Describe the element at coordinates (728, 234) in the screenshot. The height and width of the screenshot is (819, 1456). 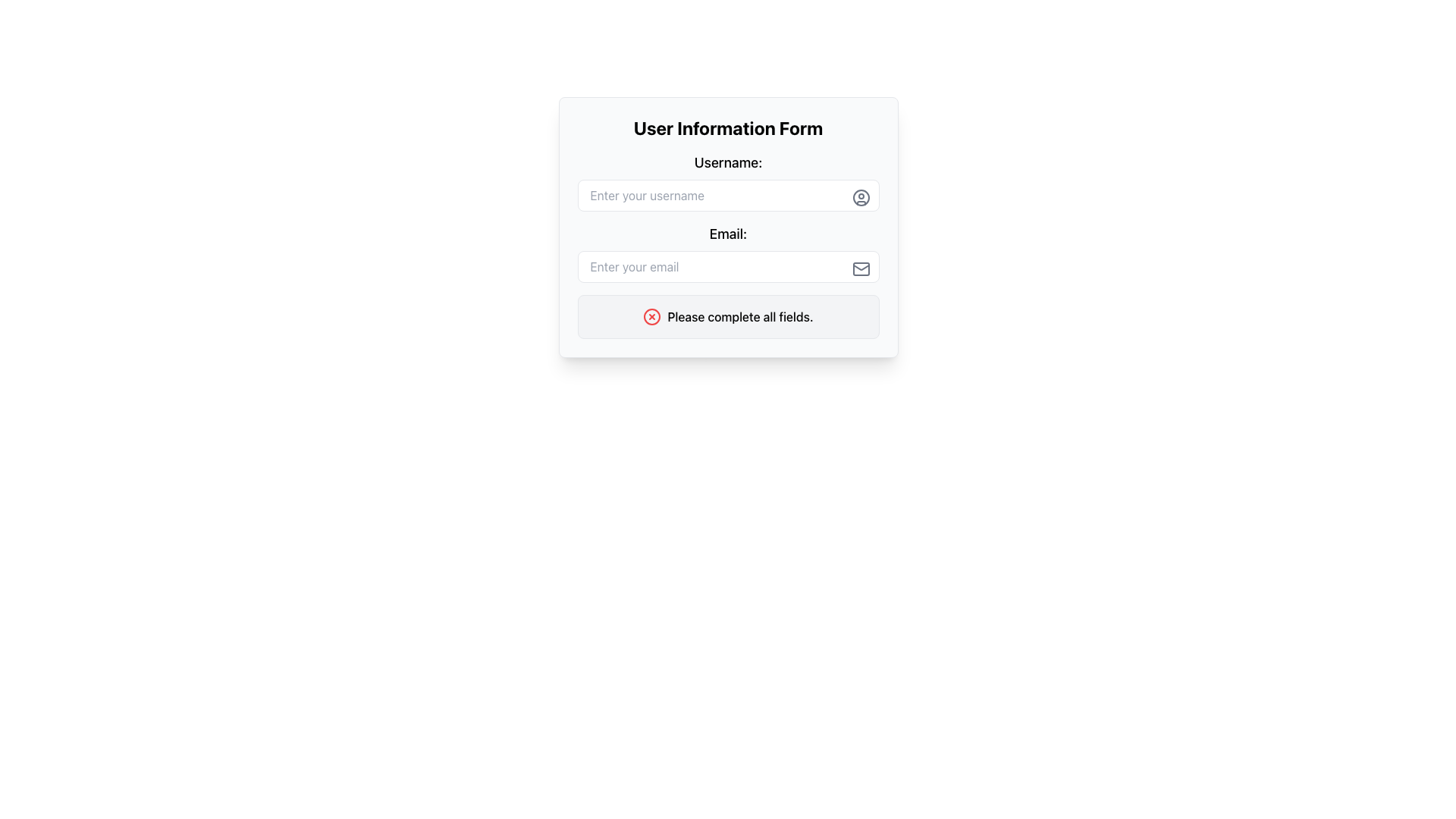
I see `the static text label 'Email:' which is a bold, mid-sized font label in a user input form, positioned below the 'Username:' label and above the email input field` at that location.